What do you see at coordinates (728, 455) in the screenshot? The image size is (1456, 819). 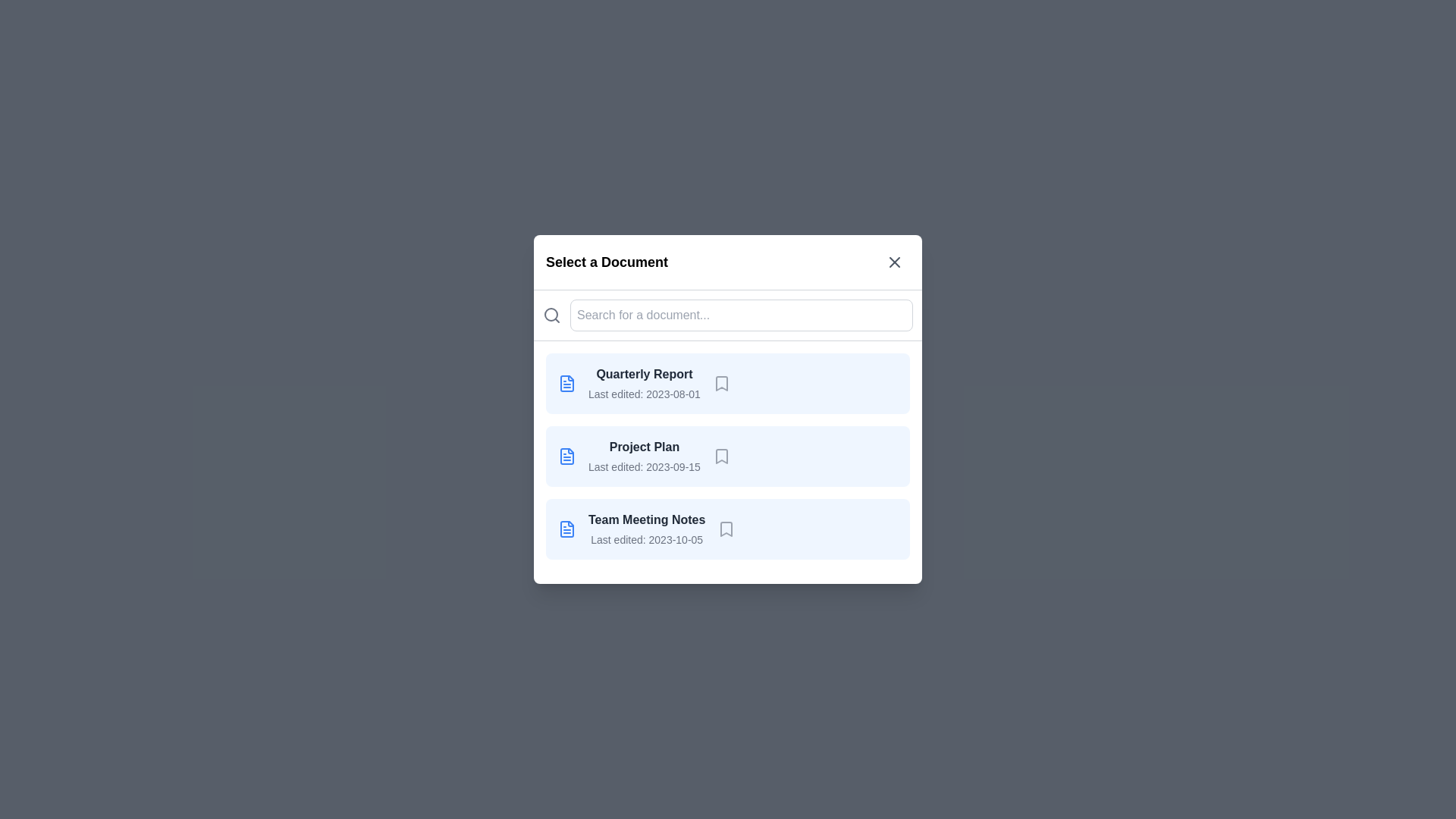 I see `the document titled Project Plan from the list` at bounding box center [728, 455].